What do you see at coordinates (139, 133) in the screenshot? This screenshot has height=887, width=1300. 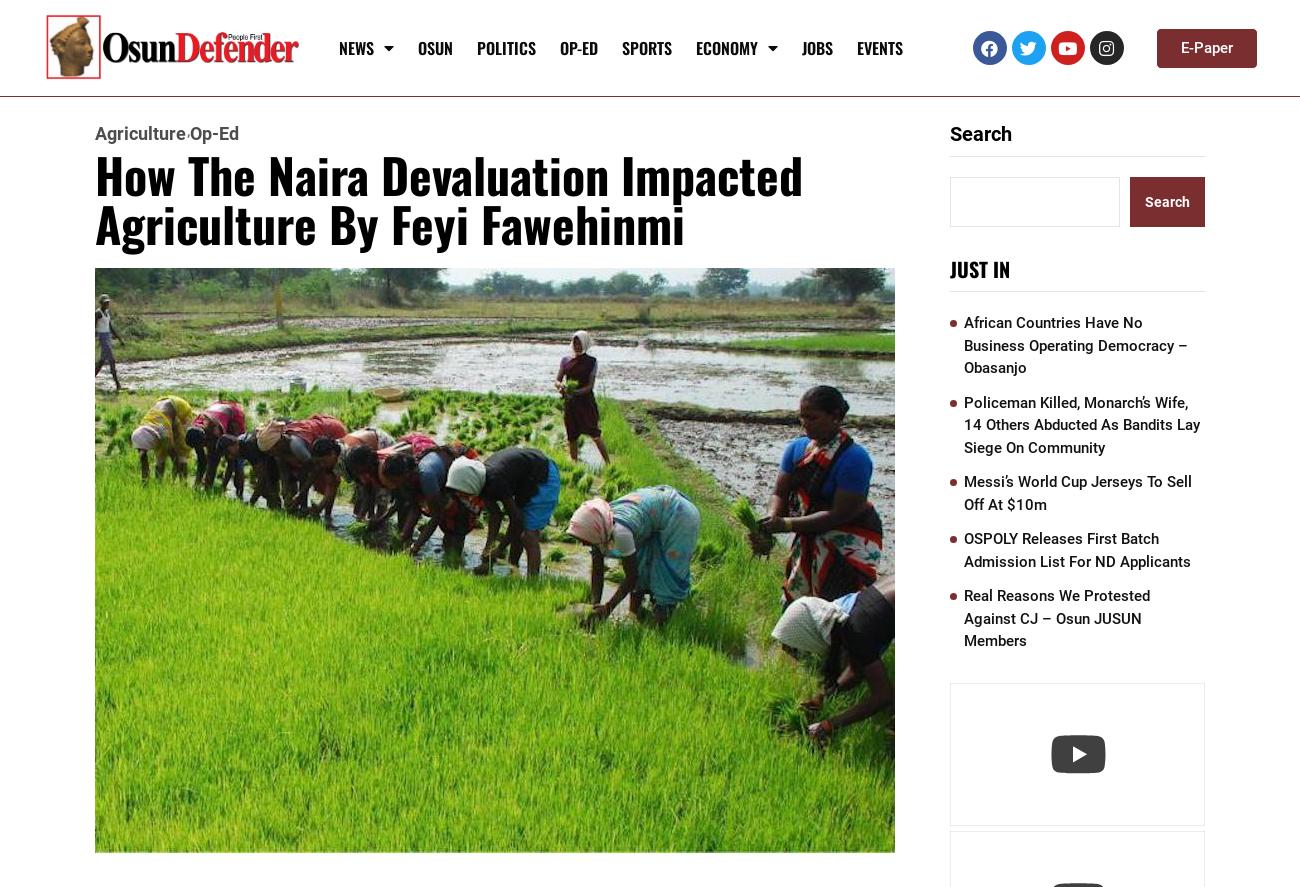 I see `'Agriculture'` at bounding box center [139, 133].